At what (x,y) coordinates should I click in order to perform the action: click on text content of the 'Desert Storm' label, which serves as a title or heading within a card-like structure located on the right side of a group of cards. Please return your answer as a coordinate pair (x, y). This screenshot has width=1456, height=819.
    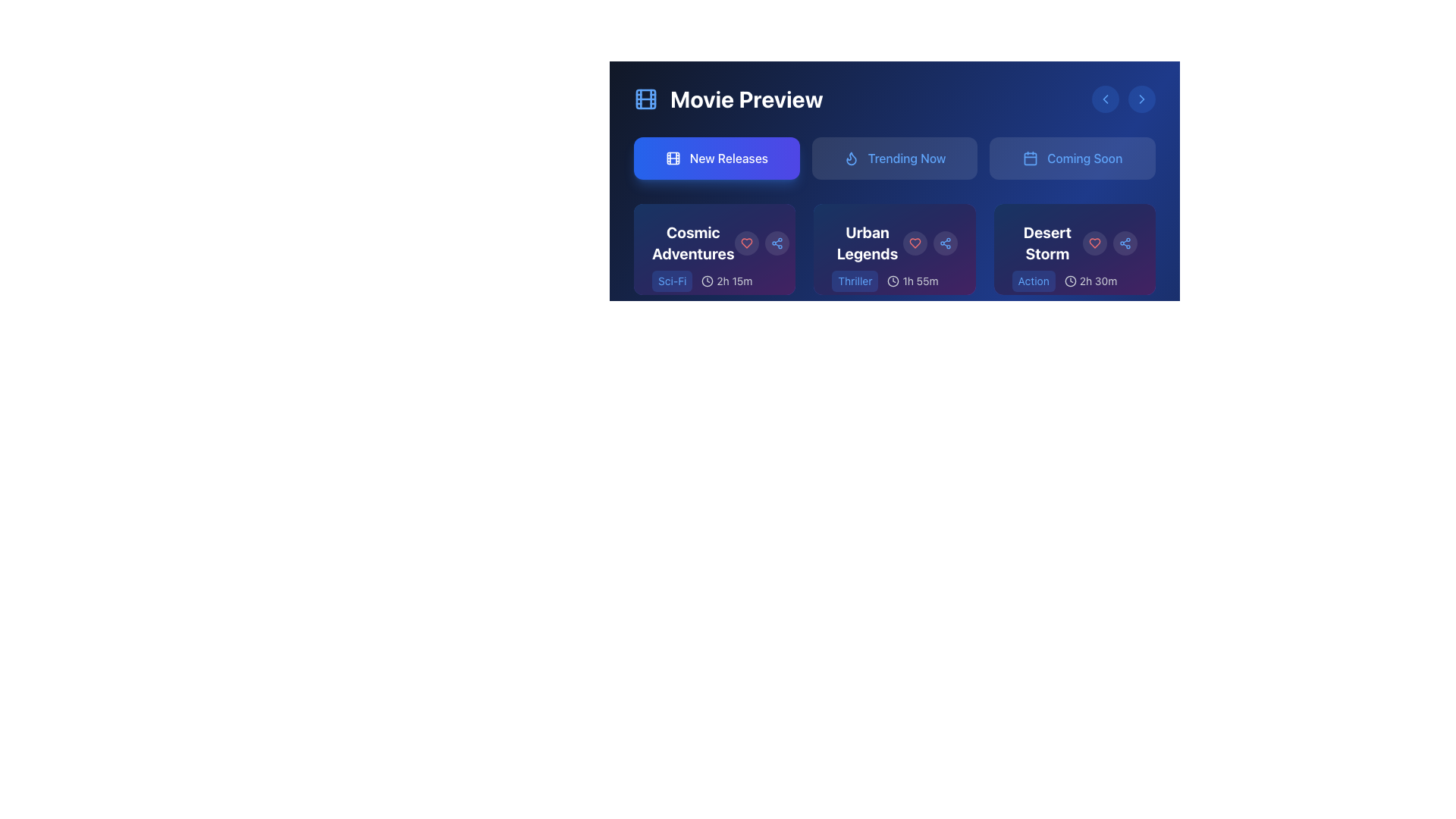
    Looking at the image, I should click on (1046, 242).